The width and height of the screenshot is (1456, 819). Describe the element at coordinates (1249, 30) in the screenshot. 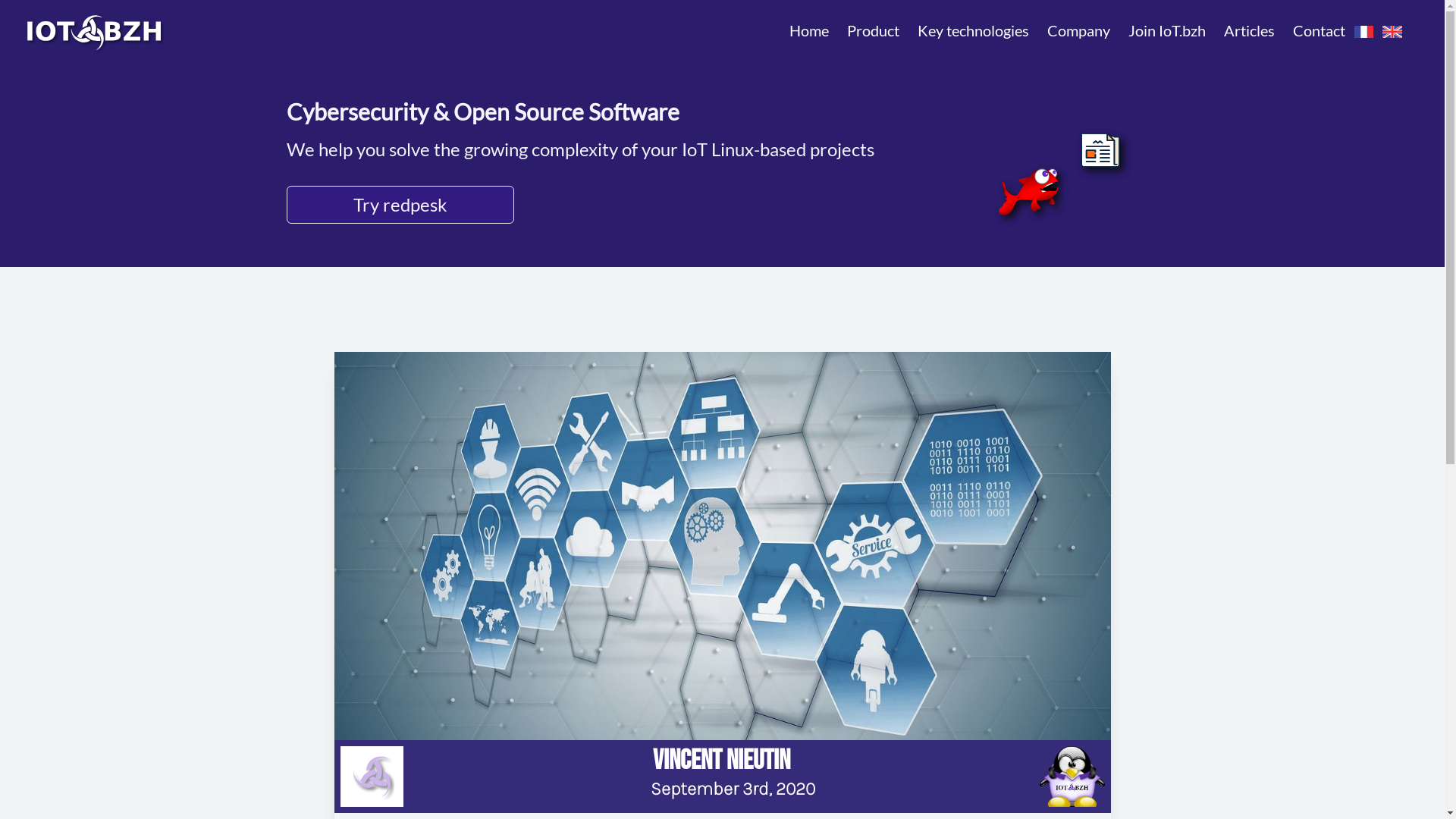

I see `'Articles'` at that location.